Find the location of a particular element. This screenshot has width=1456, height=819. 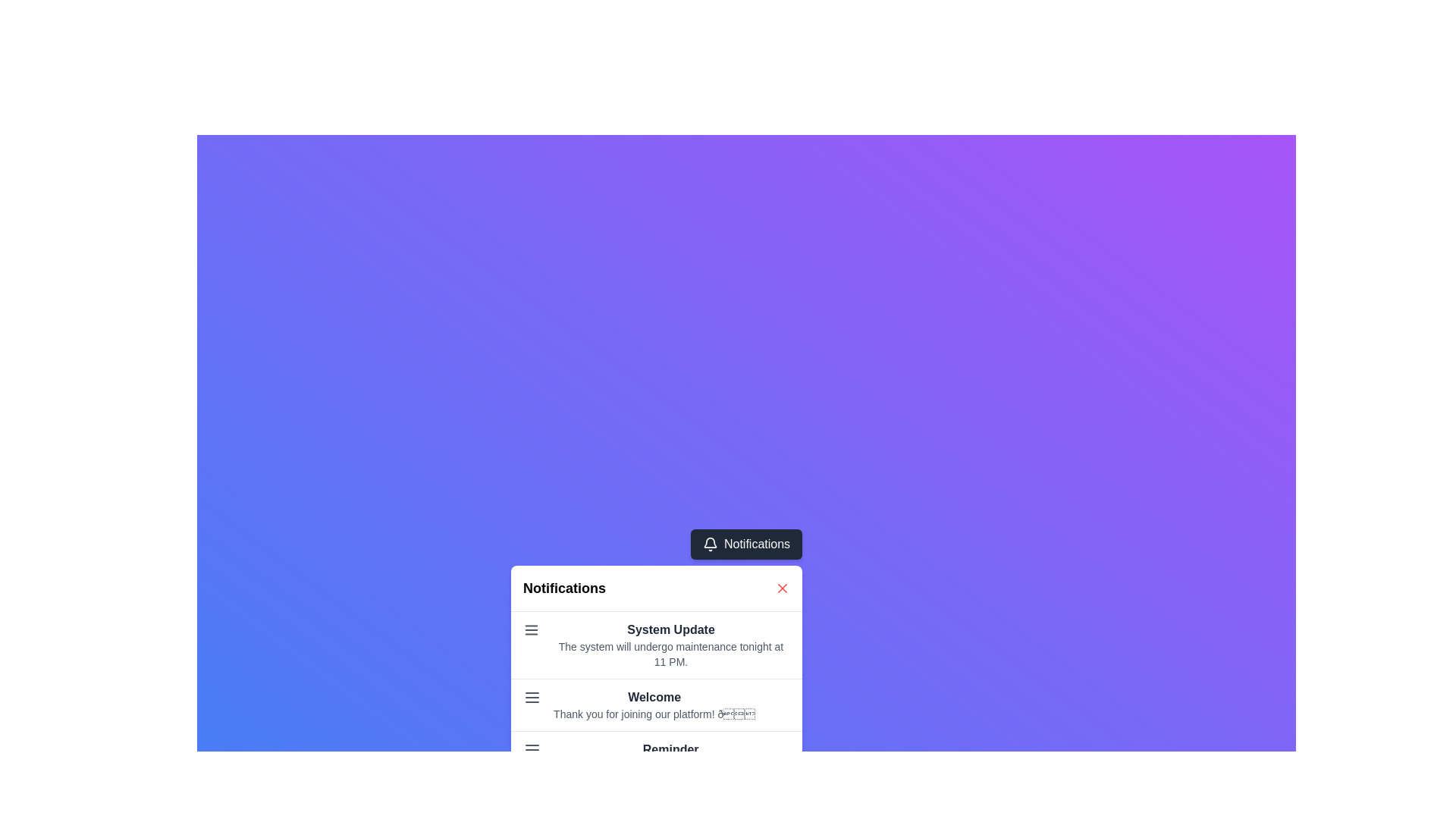

the notification message reminding users of an upcoming meeting scheduled for tomorrow at 10 AM, which is the last notification in the dropdown notification panel is located at coordinates (670, 758).